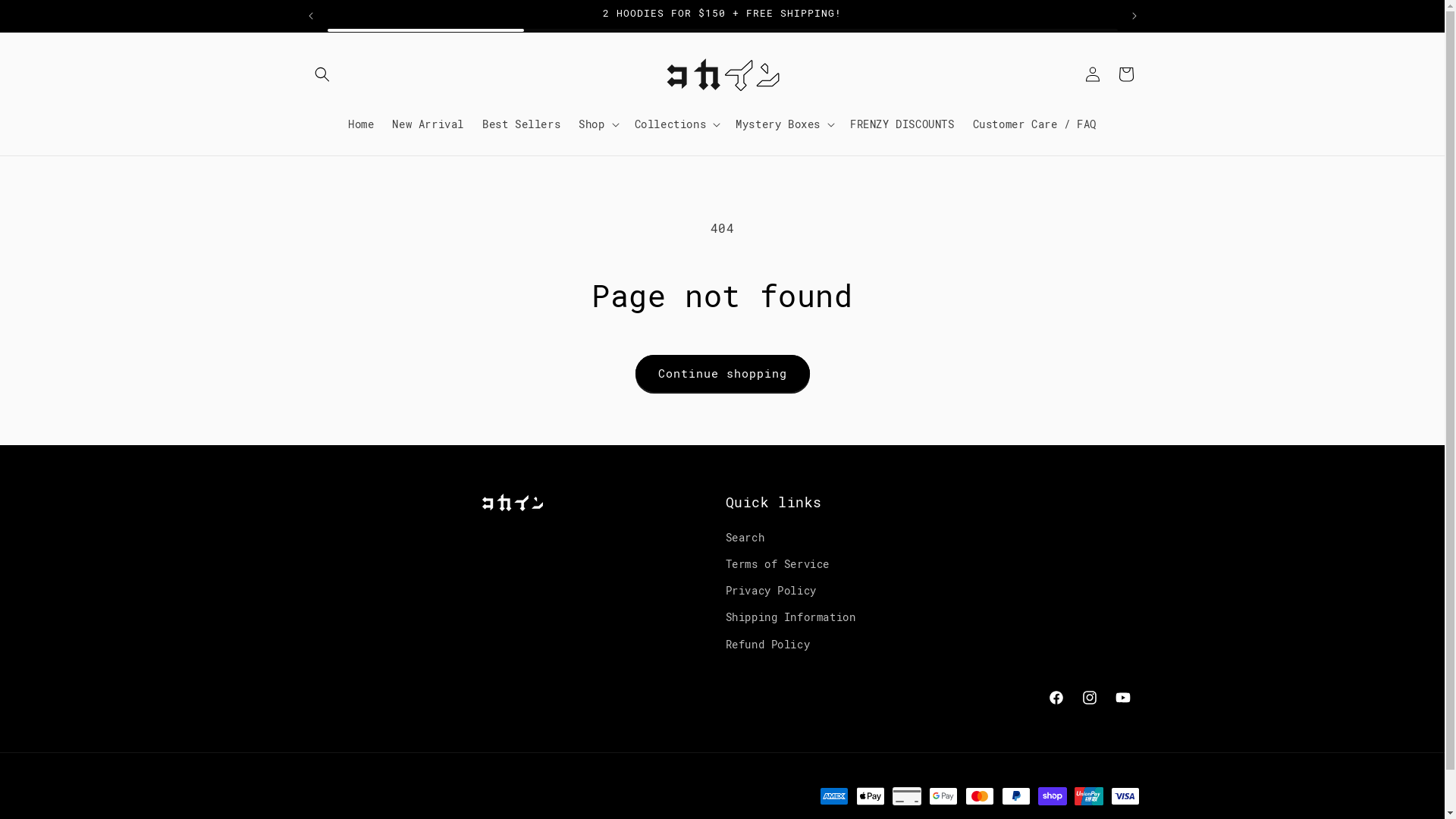 The image size is (1456, 819). I want to click on 'FRENZY DISCOUNTS', so click(902, 122).